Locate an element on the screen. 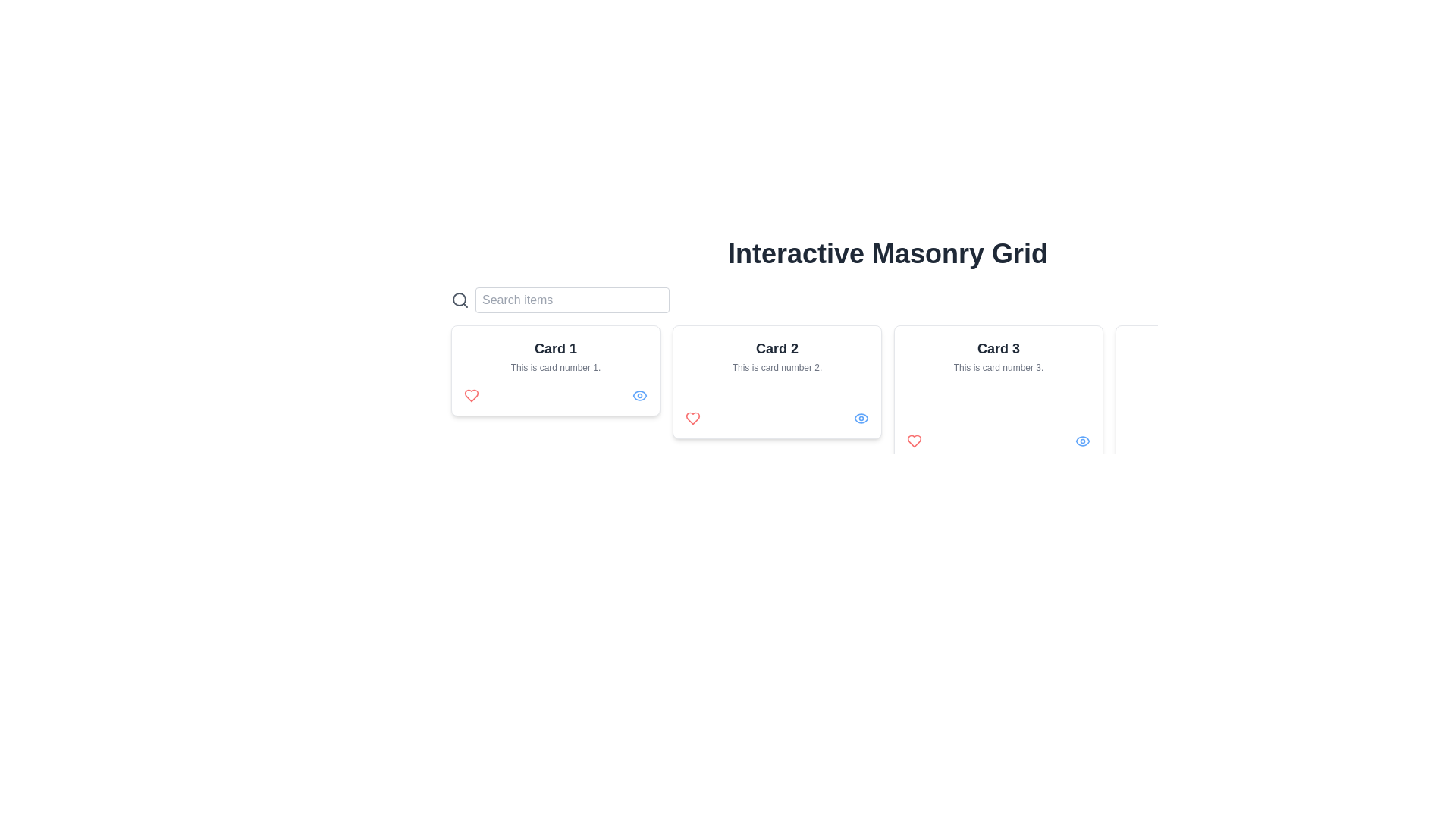 The image size is (1456, 819). the heart-shaped interactive icon to like or favorite the associated card located beneath 'Card 2' in the masonry grid is located at coordinates (692, 418).